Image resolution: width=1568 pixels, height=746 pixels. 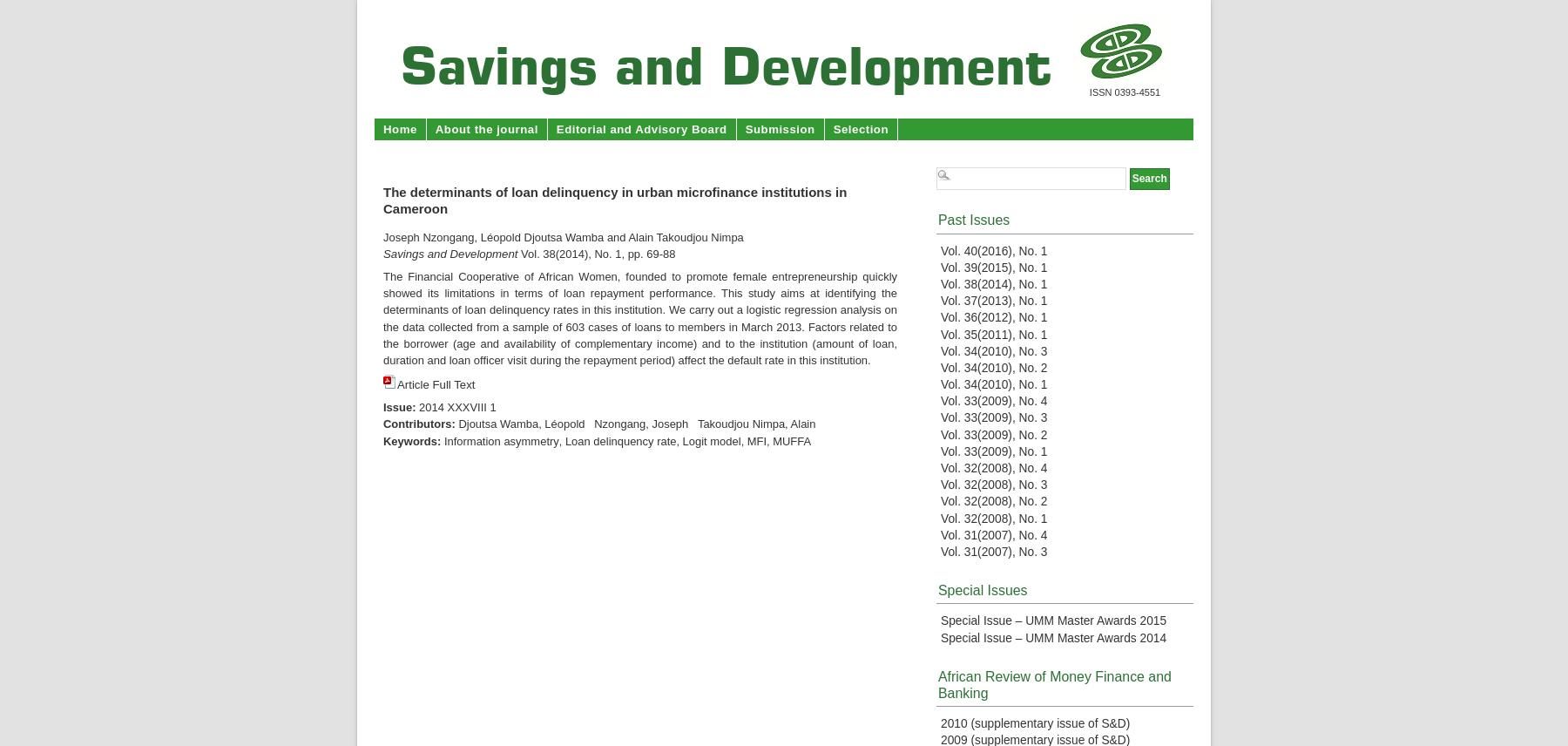 What do you see at coordinates (993, 334) in the screenshot?
I see `'Vol. 35(2011), No. 1'` at bounding box center [993, 334].